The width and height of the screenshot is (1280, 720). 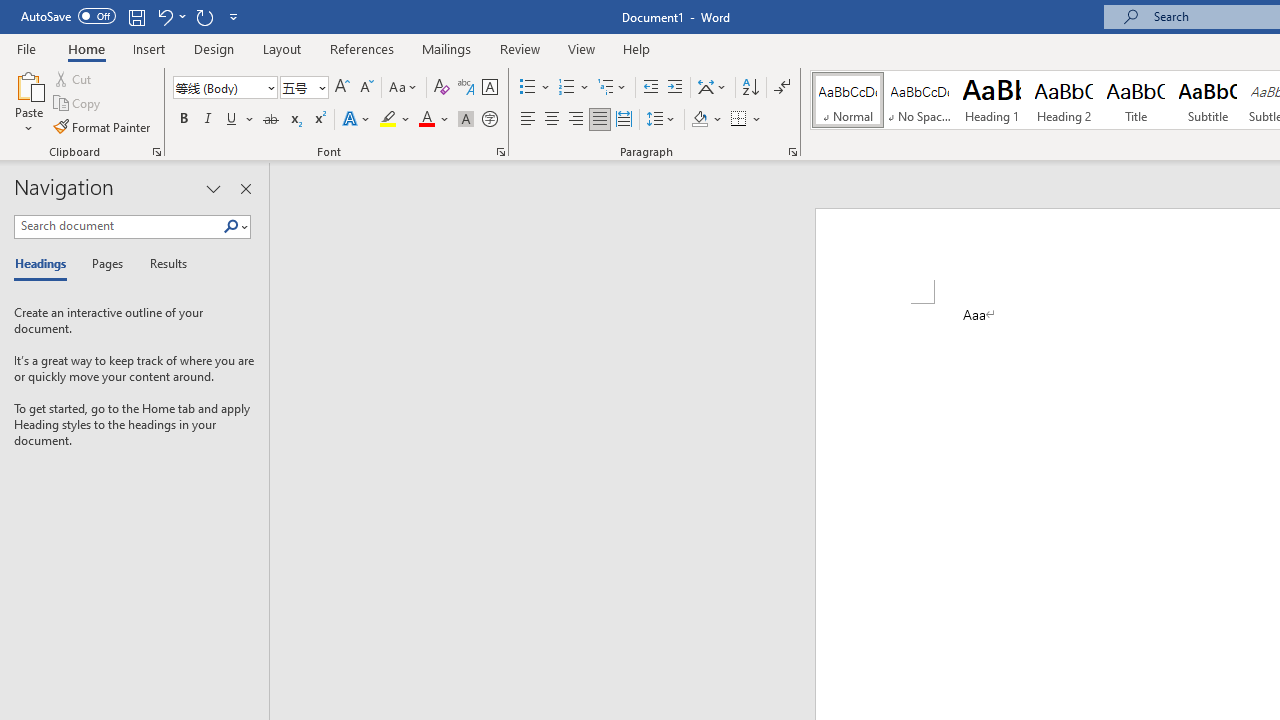 I want to click on 'Title', so click(x=1136, y=100).